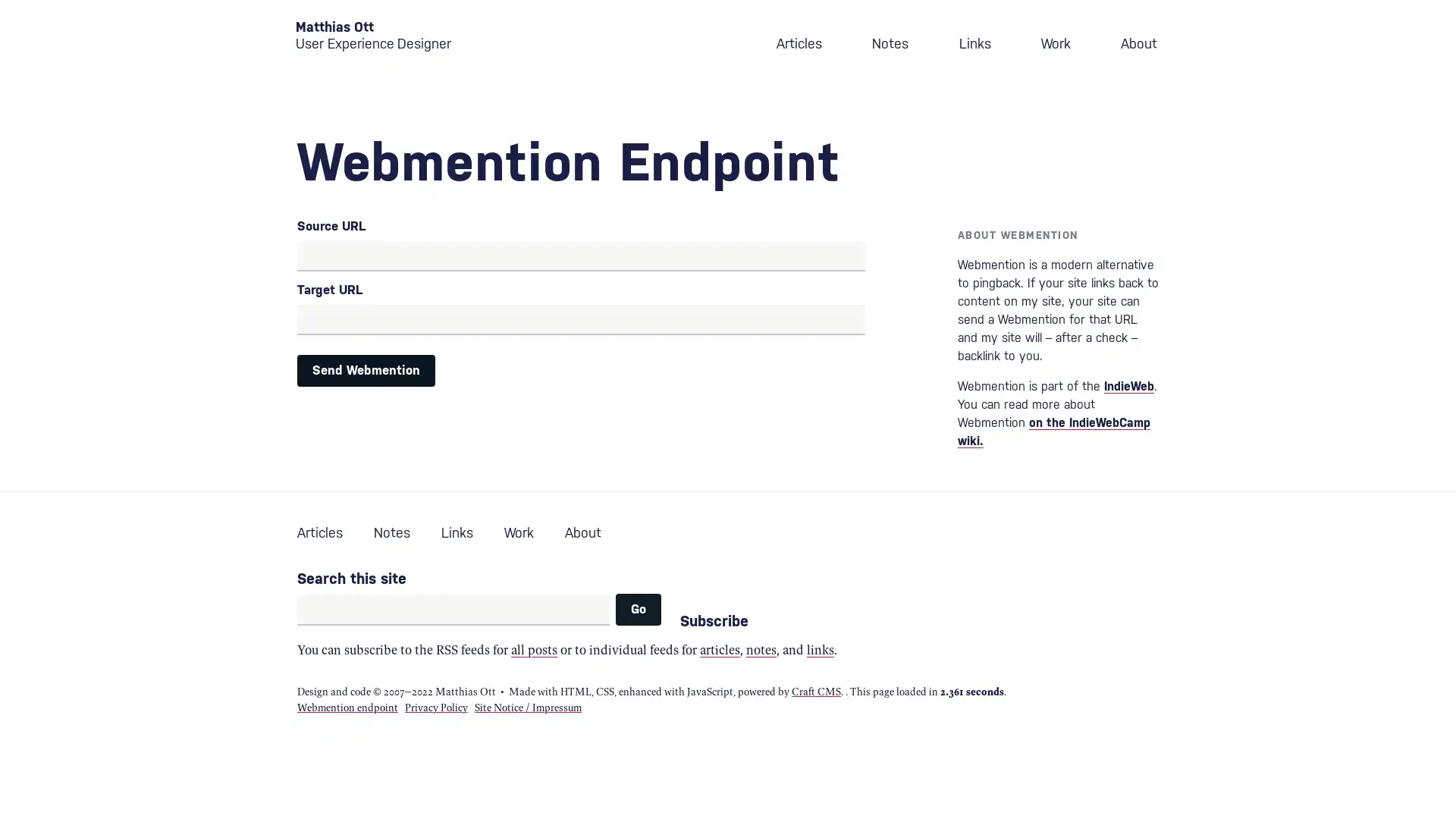  I want to click on Go, so click(638, 608).